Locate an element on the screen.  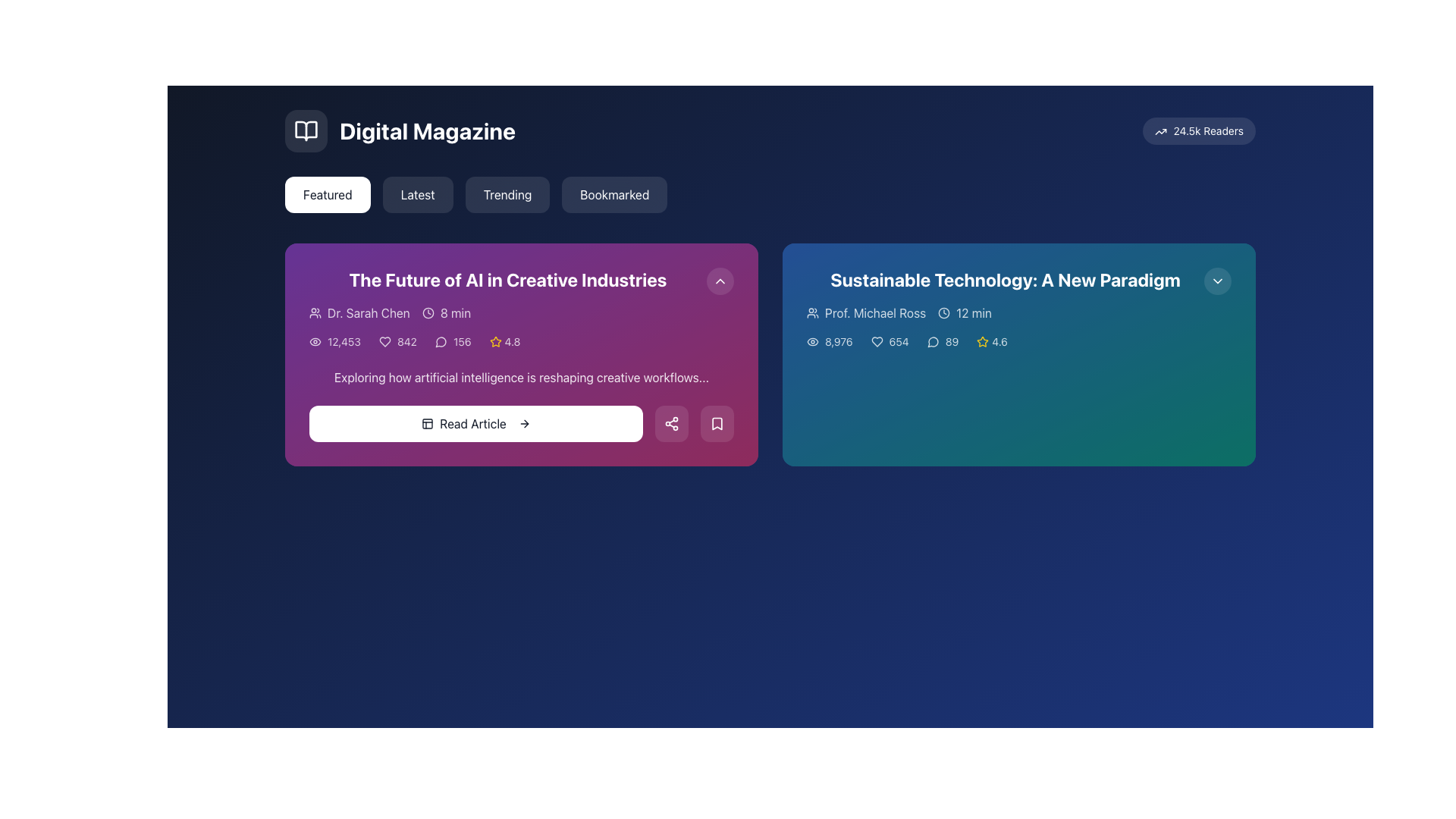
the 'Featured' button, which is the first button in the group located below the 'Digital Magazine' heading and to the left of the 'Latest' button is located at coordinates (327, 194).